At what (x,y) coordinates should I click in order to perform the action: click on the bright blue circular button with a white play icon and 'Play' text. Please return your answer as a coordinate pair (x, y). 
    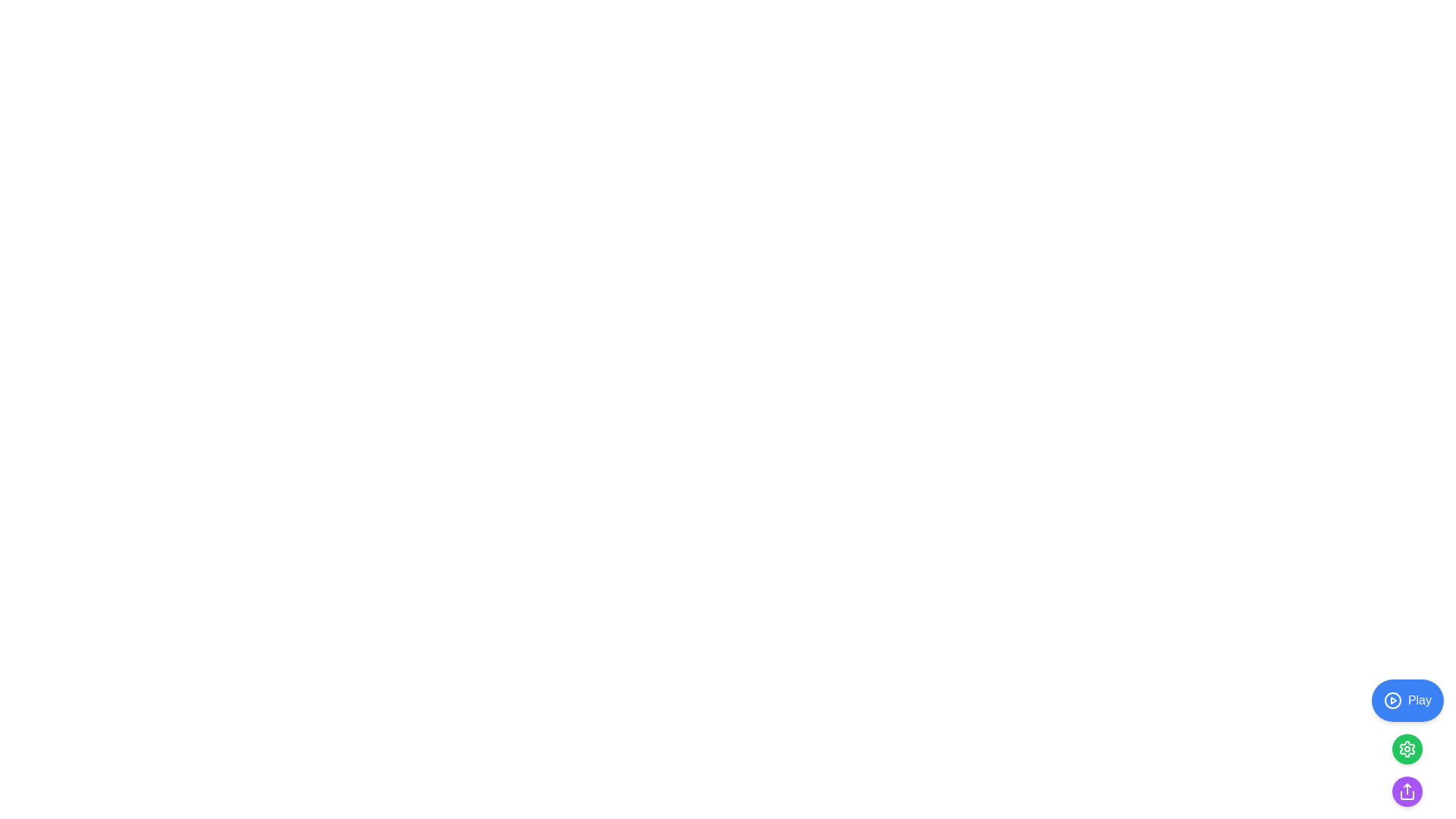
    Looking at the image, I should click on (1407, 701).